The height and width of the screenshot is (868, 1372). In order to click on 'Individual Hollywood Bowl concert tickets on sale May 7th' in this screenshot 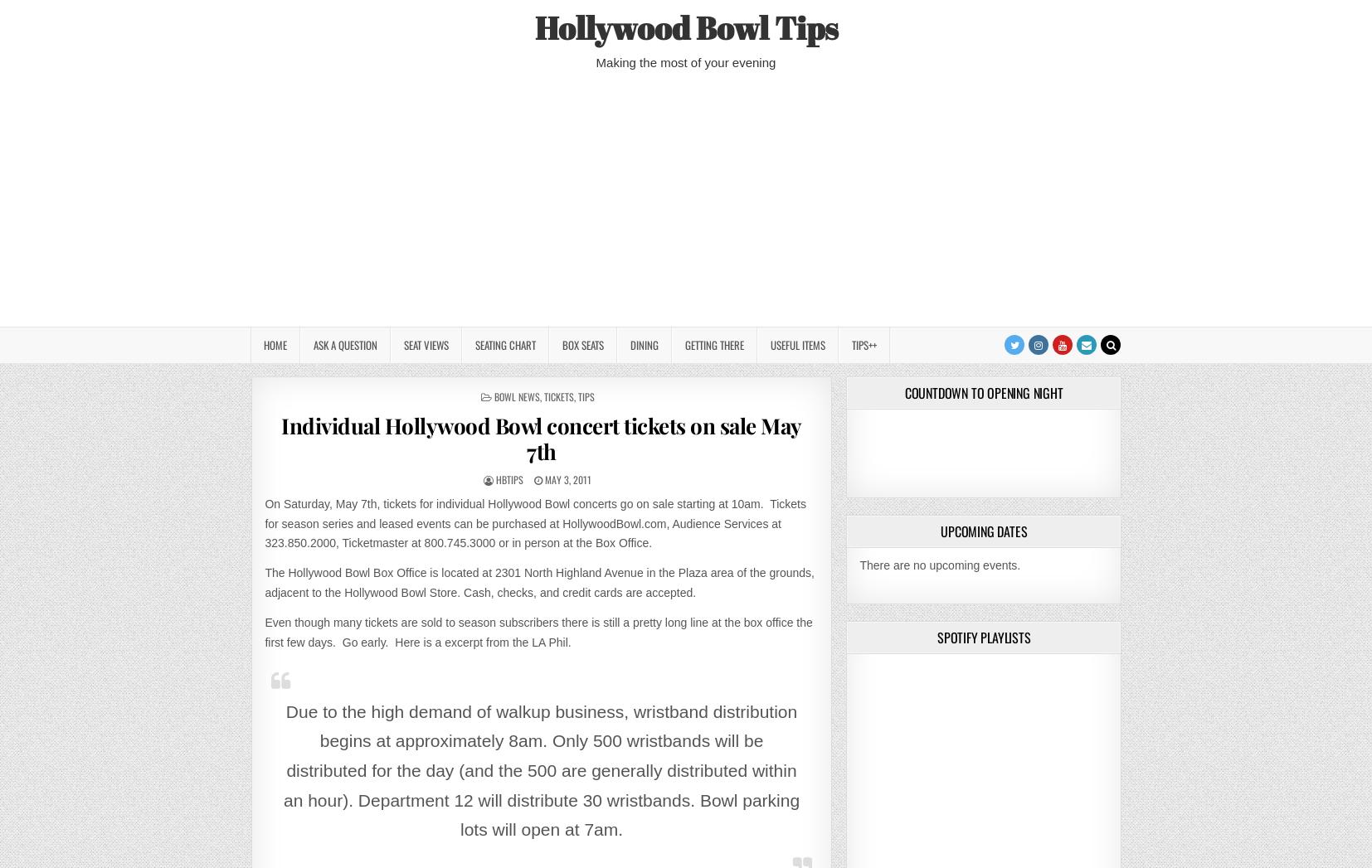, I will do `click(280, 438)`.